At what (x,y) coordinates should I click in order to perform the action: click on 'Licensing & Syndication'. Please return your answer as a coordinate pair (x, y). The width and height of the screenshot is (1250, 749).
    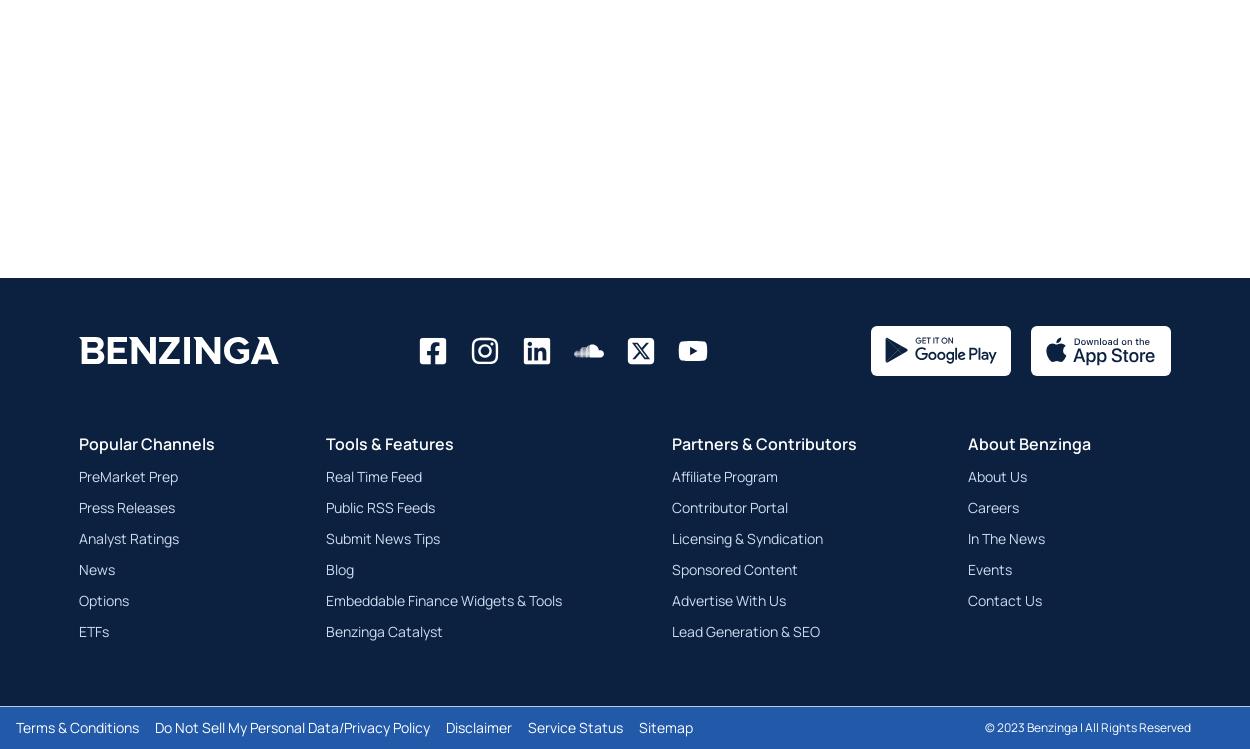
    Looking at the image, I should click on (746, 537).